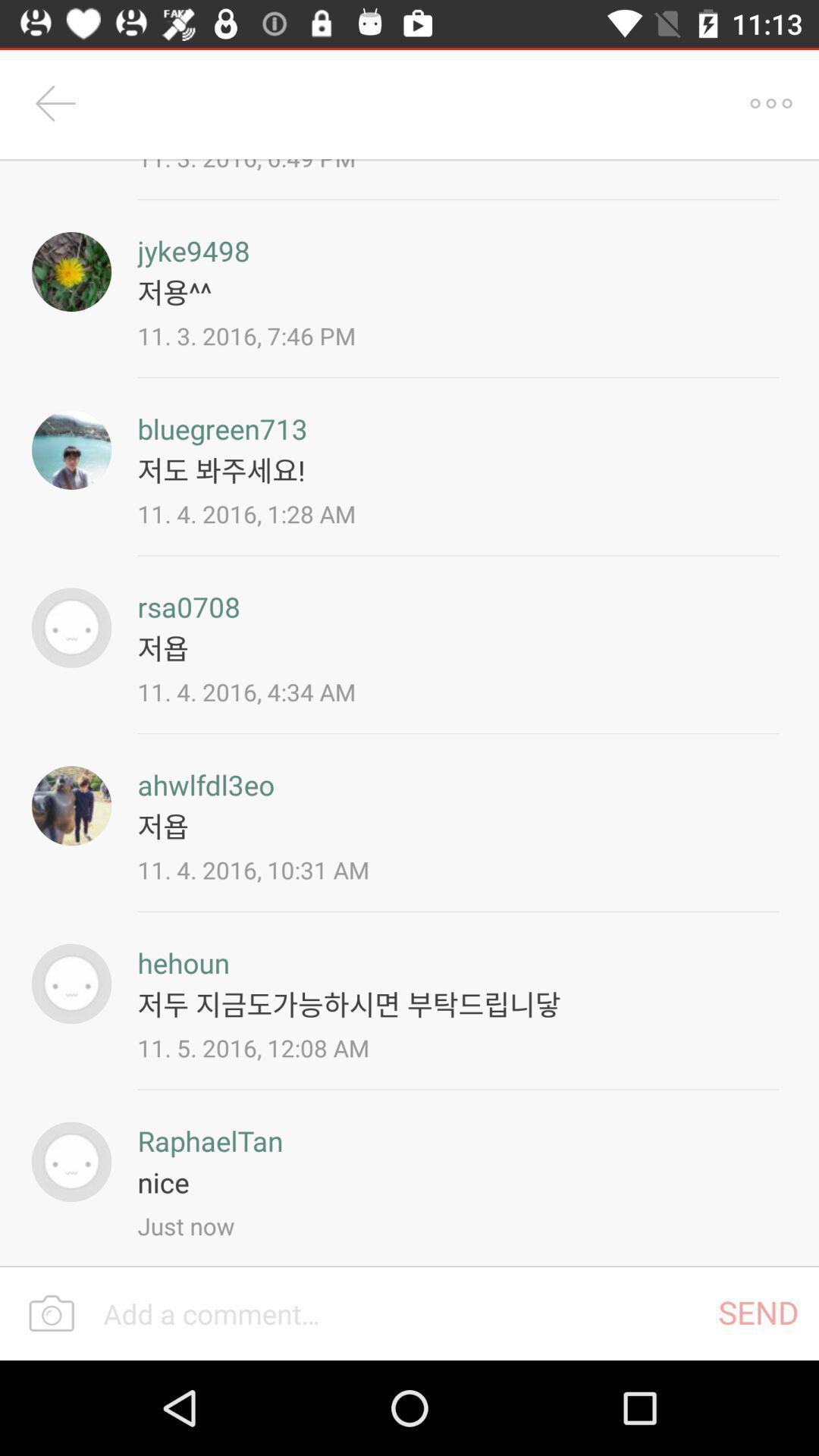 Image resolution: width=819 pixels, height=1456 pixels. What do you see at coordinates (400, 1313) in the screenshot?
I see `a comment section` at bounding box center [400, 1313].